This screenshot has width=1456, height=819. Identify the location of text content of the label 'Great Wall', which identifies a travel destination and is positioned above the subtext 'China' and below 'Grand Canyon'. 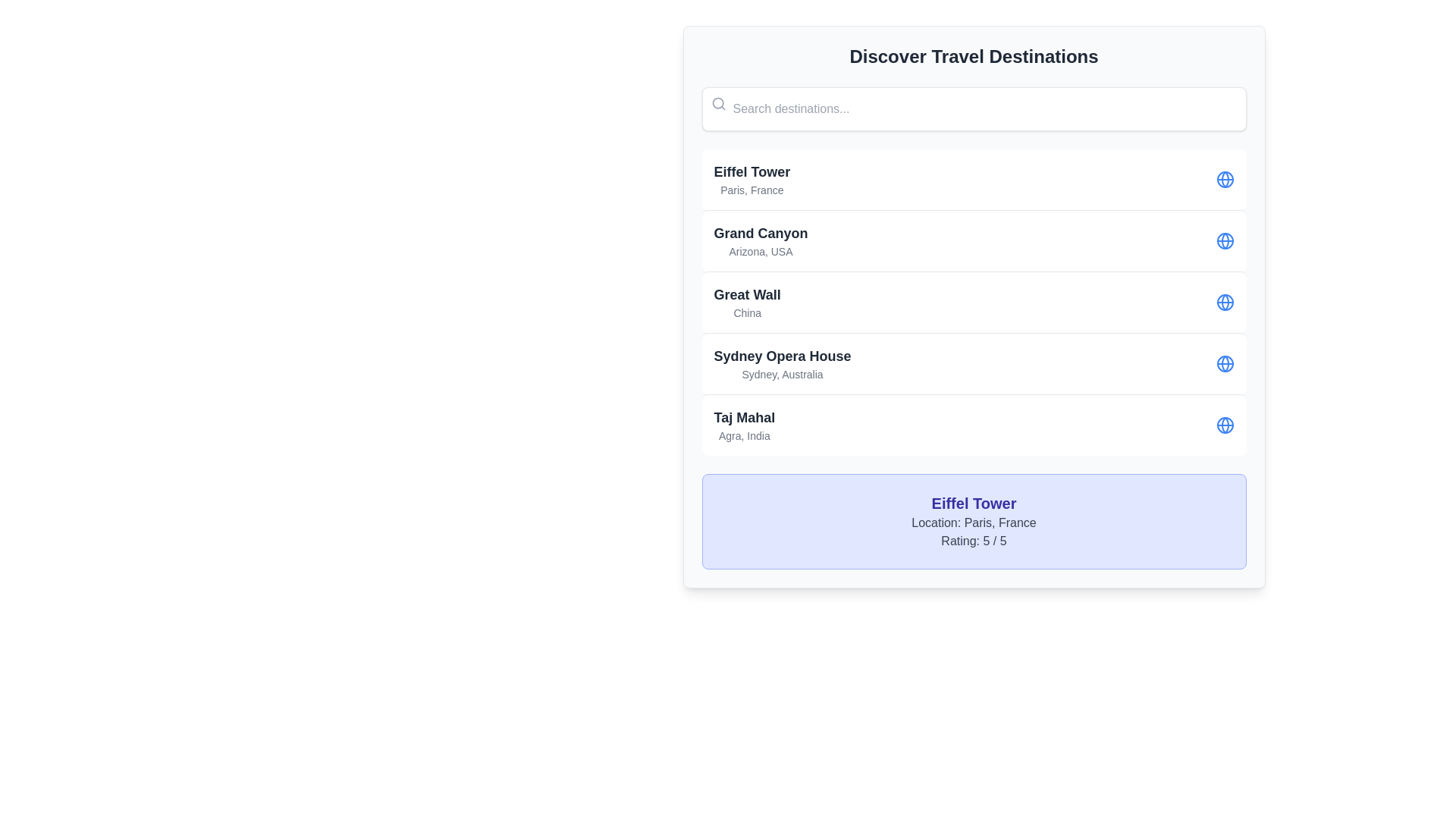
(747, 295).